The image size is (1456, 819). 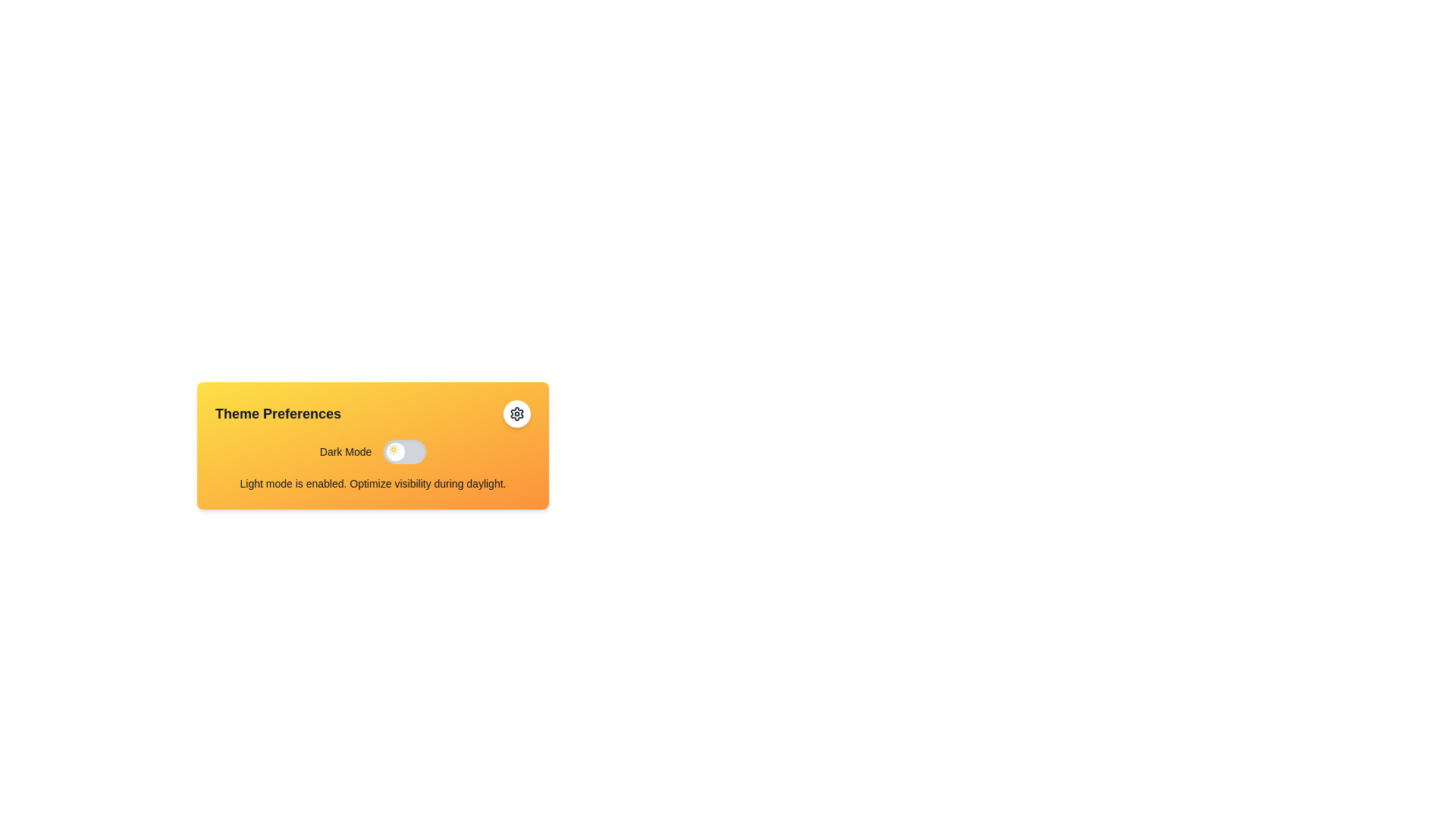 I want to click on the icon in the 'Theme Preferences' Settings card, so click(x=372, y=444).